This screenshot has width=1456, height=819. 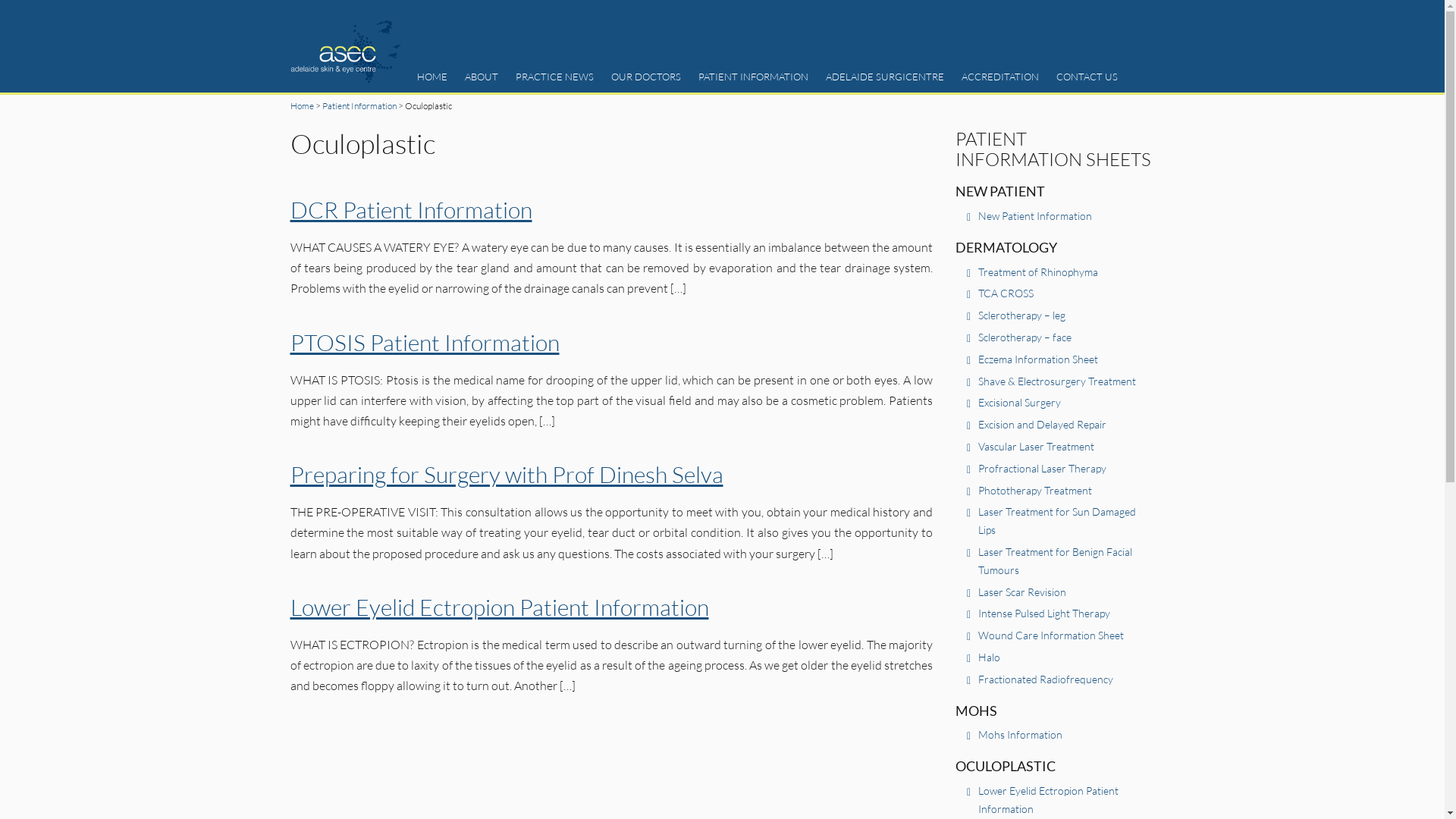 I want to click on 'Excisional Surgery', so click(x=978, y=401).